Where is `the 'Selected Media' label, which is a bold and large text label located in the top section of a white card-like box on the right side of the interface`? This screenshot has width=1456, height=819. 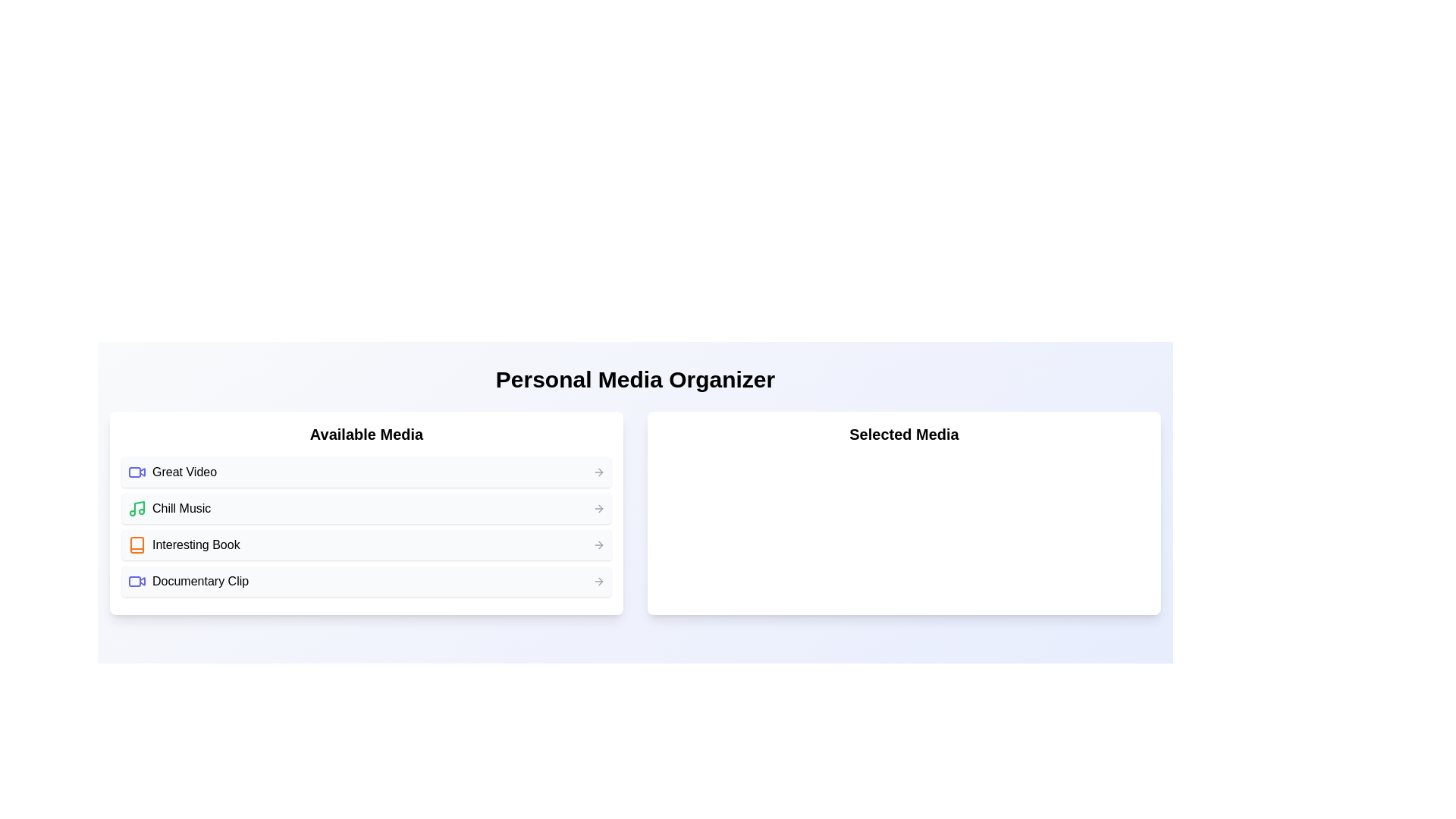 the 'Selected Media' label, which is a bold and large text label located in the top section of a white card-like box on the right side of the interface is located at coordinates (904, 435).